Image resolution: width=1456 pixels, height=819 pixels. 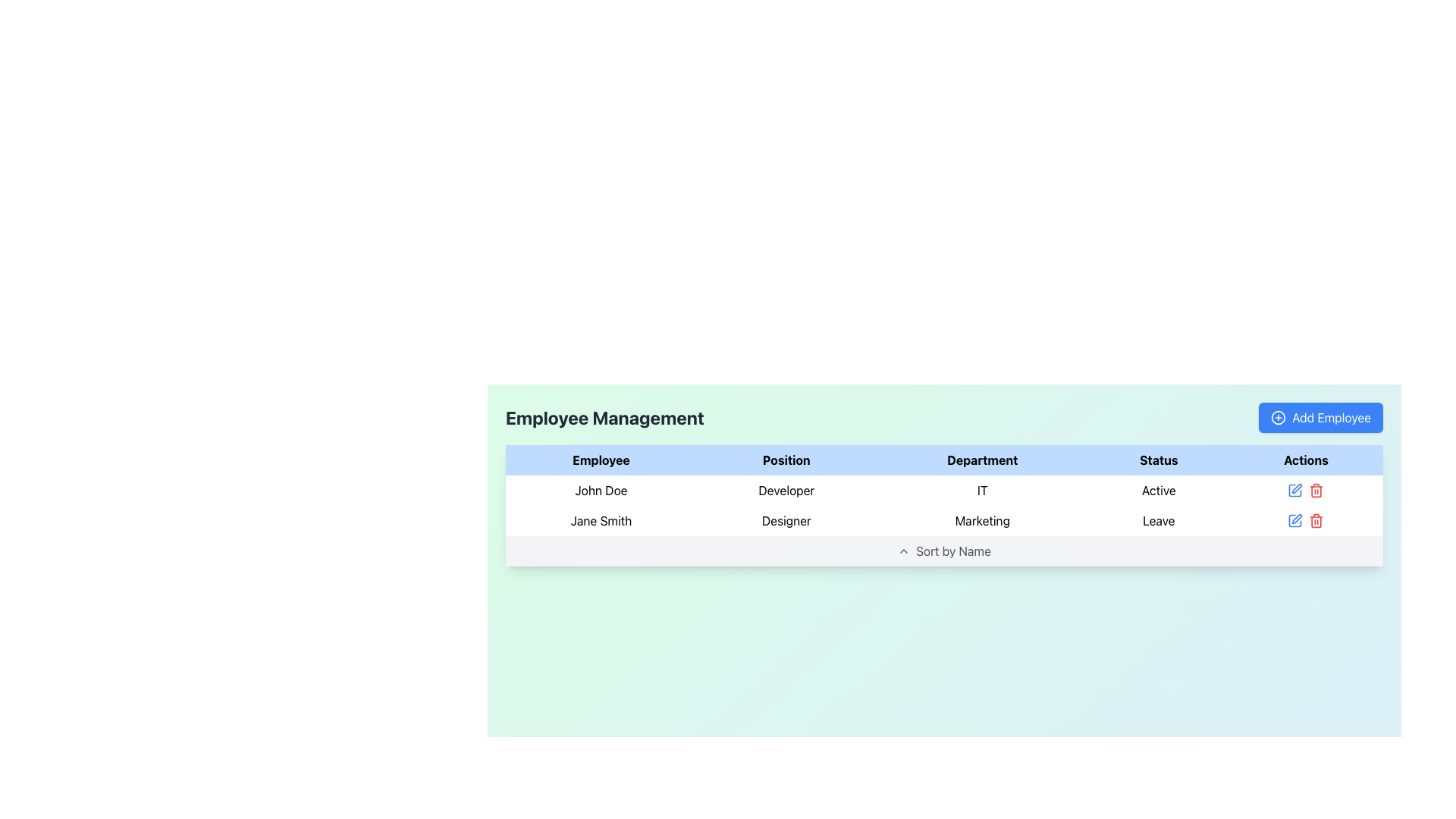 I want to click on the trash icon button, which is a red outlined SVG icon resembling a trash can located in the 'Actions' column next to 'John Doe - Developer', so click(x=1316, y=519).